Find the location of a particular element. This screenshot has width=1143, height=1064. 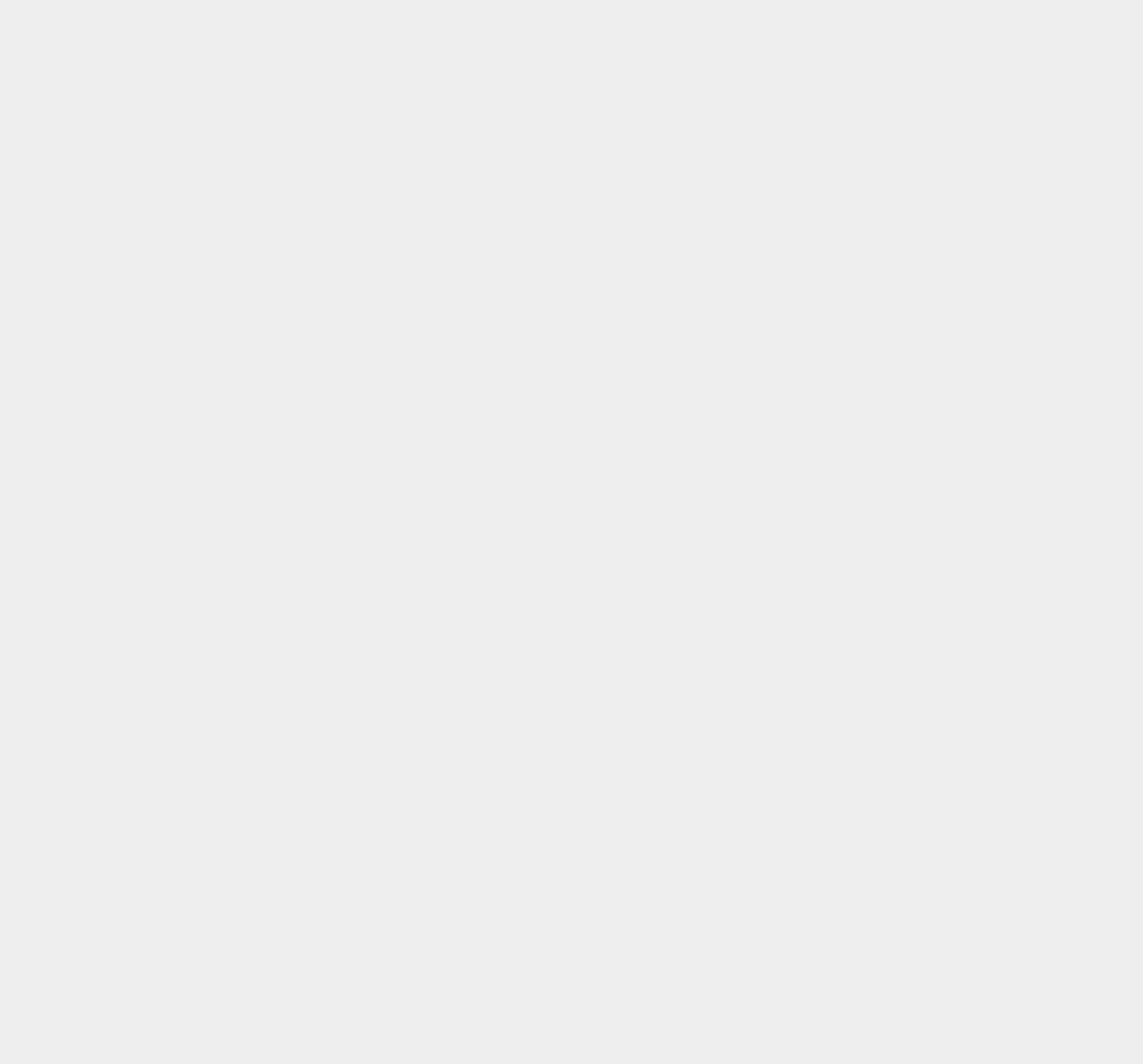

'Android Marshmallow' is located at coordinates (876, 380).